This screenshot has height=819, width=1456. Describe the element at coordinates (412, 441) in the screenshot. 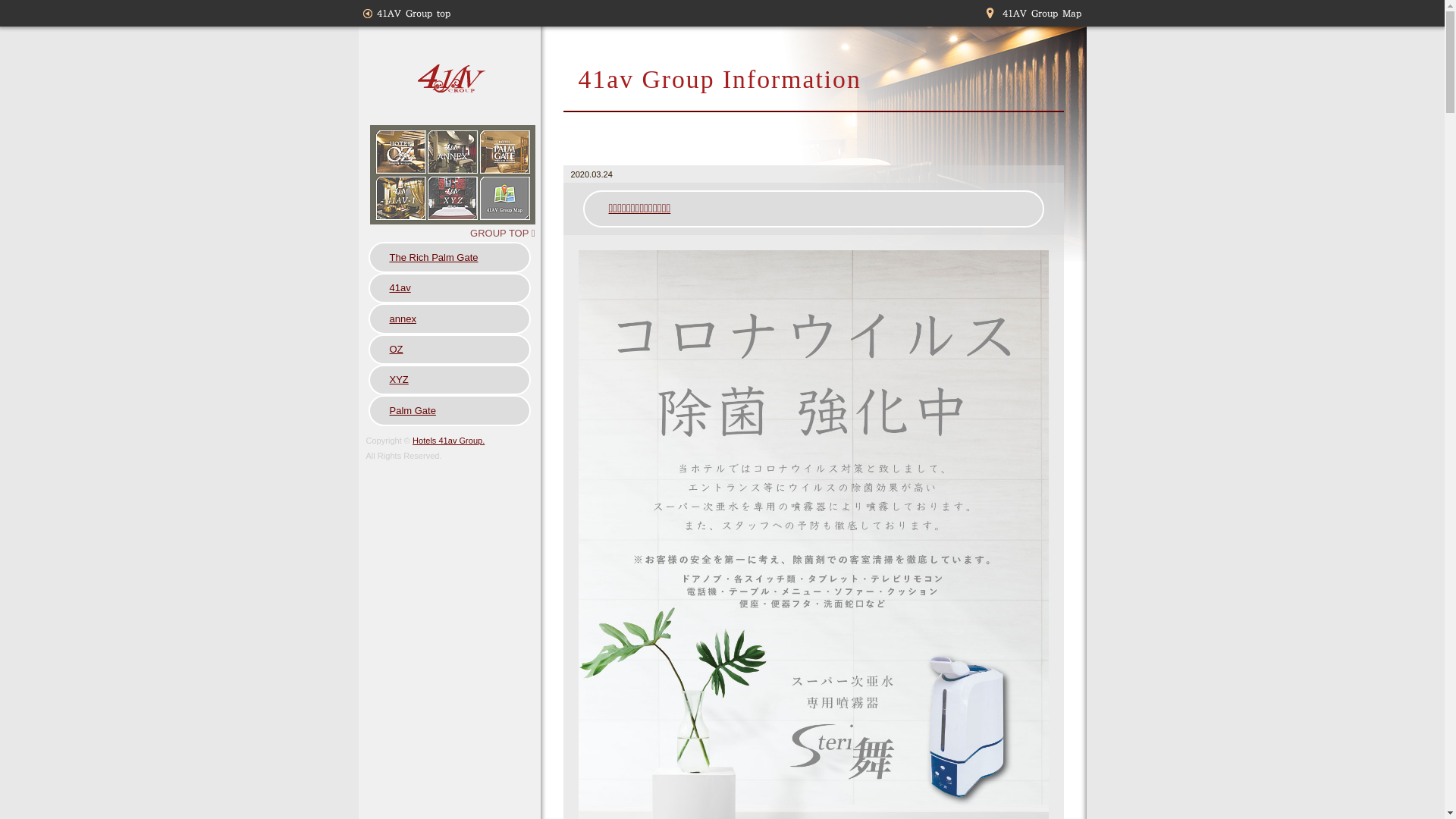

I see `'Hotels 41av Group.'` at that location.